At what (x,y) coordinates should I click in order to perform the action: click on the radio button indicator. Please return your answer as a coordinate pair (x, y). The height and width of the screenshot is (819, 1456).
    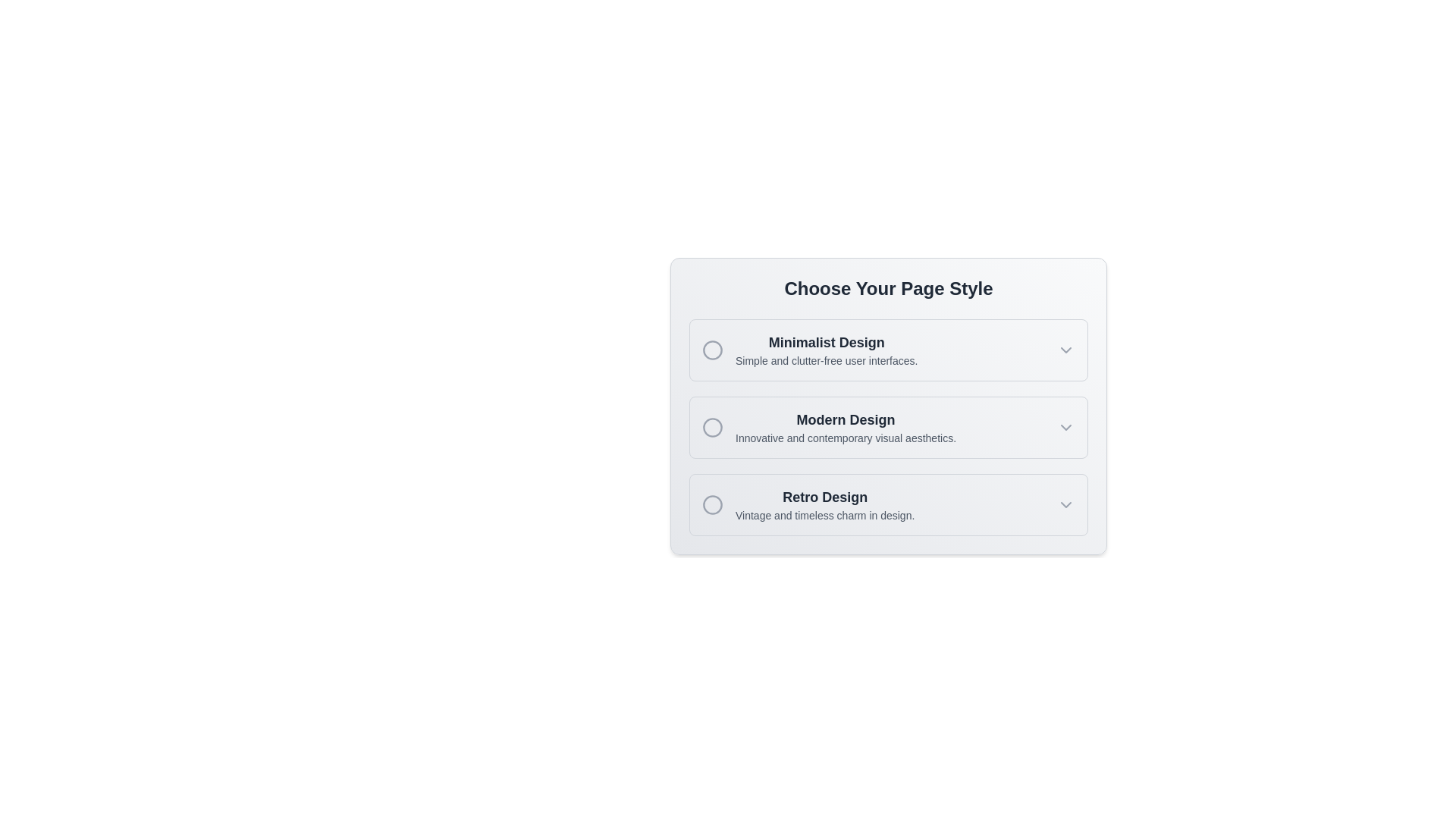
    Looking at the image, I should click on (712, 427).